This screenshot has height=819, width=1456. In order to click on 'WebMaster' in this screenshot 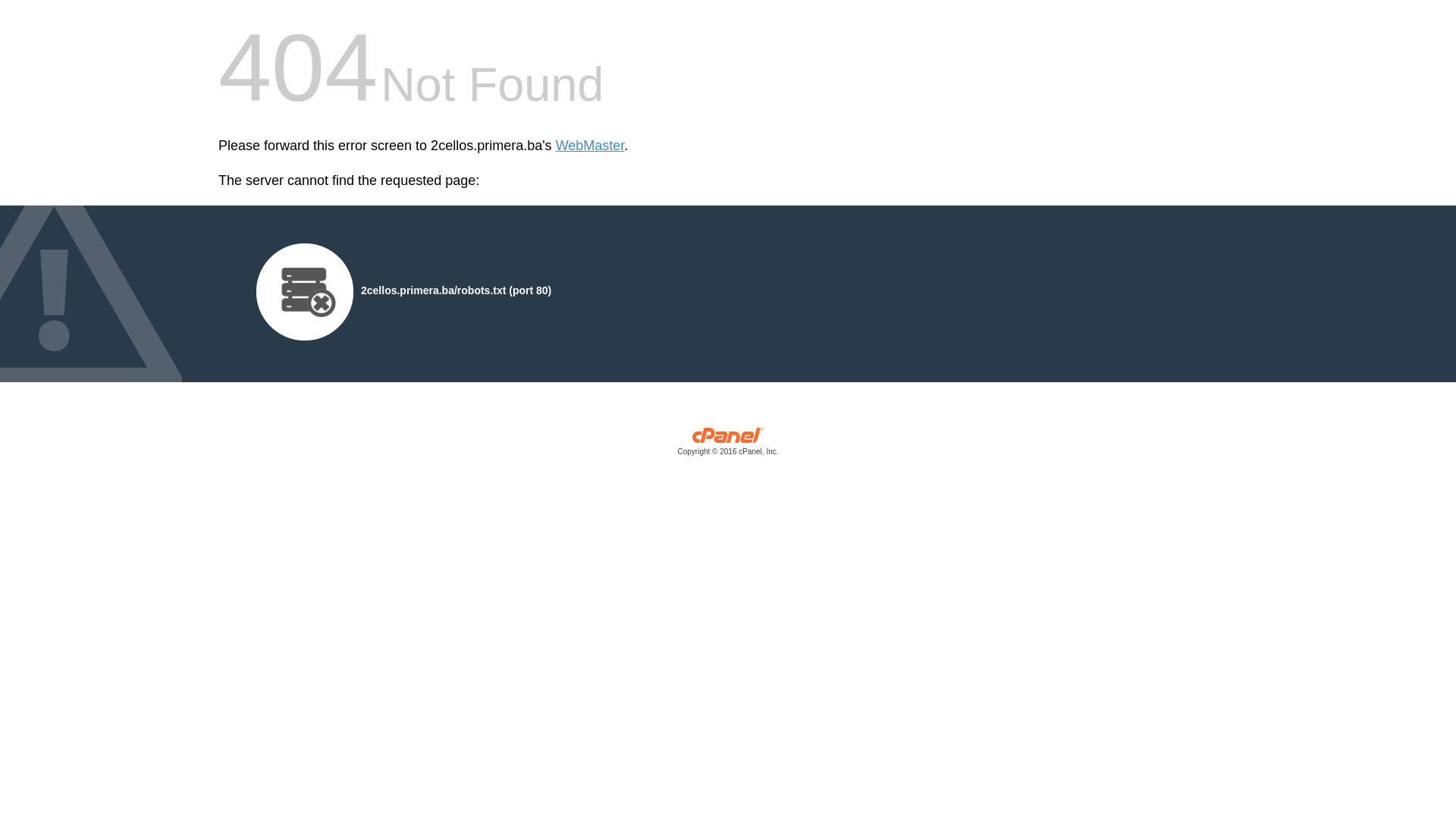, I will do `click(589, 146)`.